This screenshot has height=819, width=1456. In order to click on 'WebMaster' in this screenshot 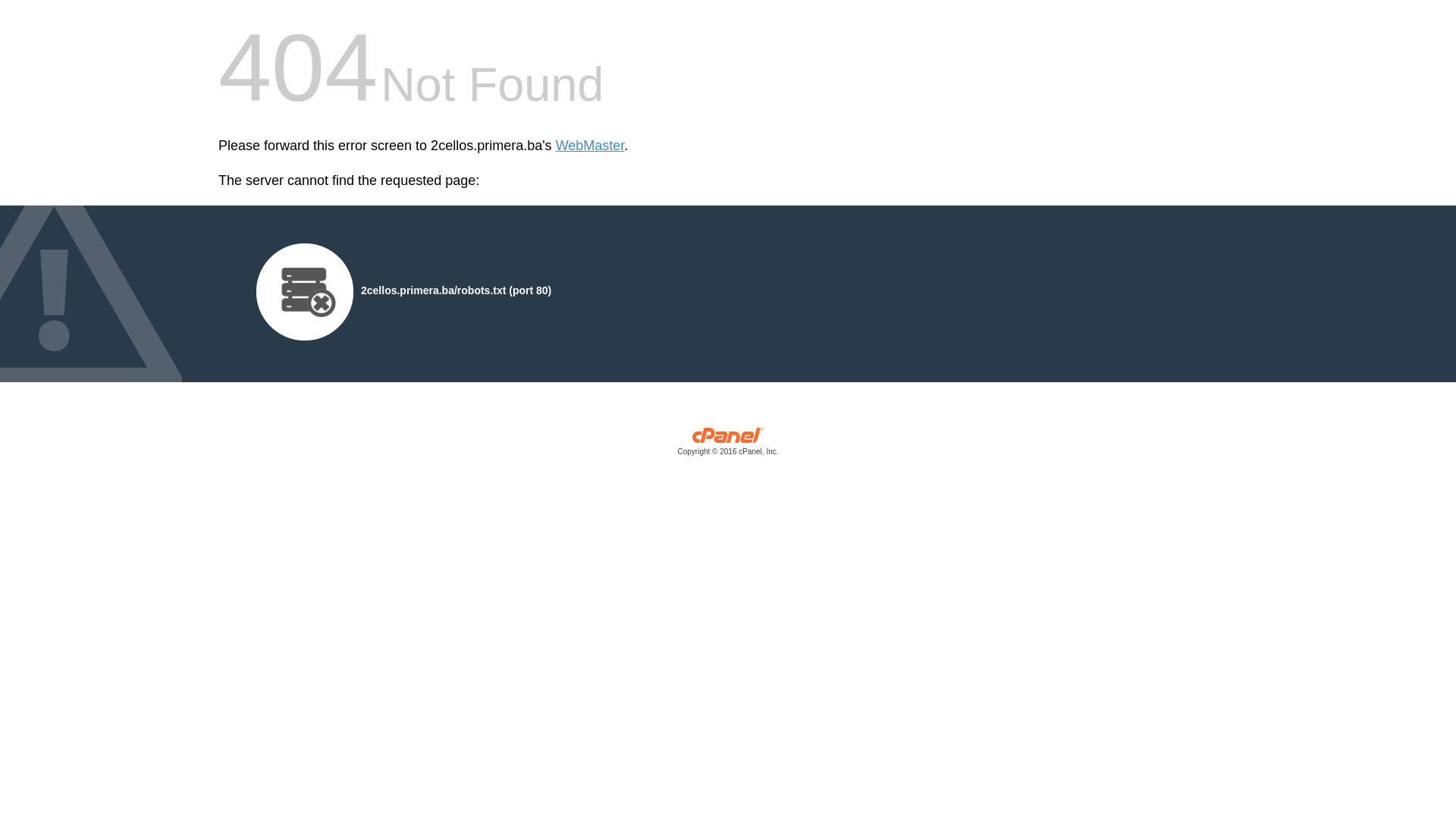, I will do `click(589, 146)`.